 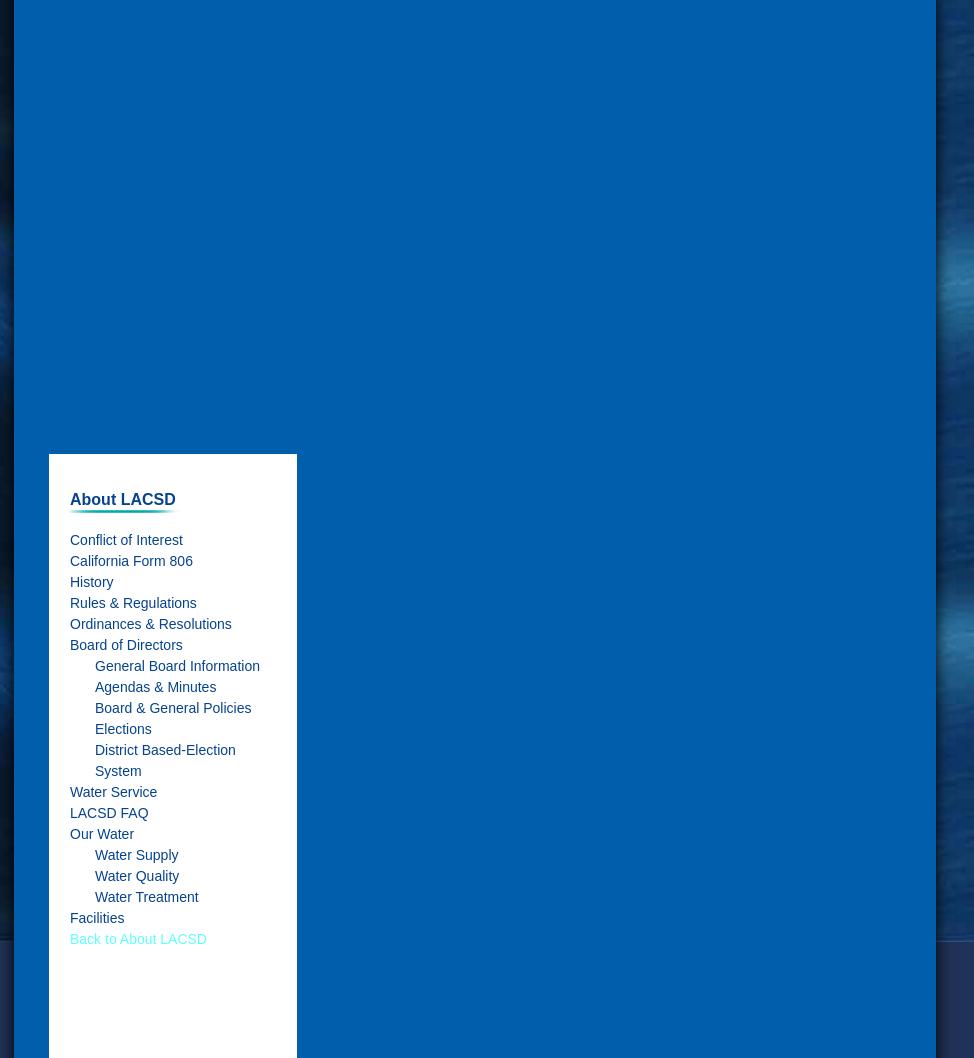 What do you see at coordinates (100, 831) in the screenshot?
I see `'Our Water'` at bounding box center [100, 831].